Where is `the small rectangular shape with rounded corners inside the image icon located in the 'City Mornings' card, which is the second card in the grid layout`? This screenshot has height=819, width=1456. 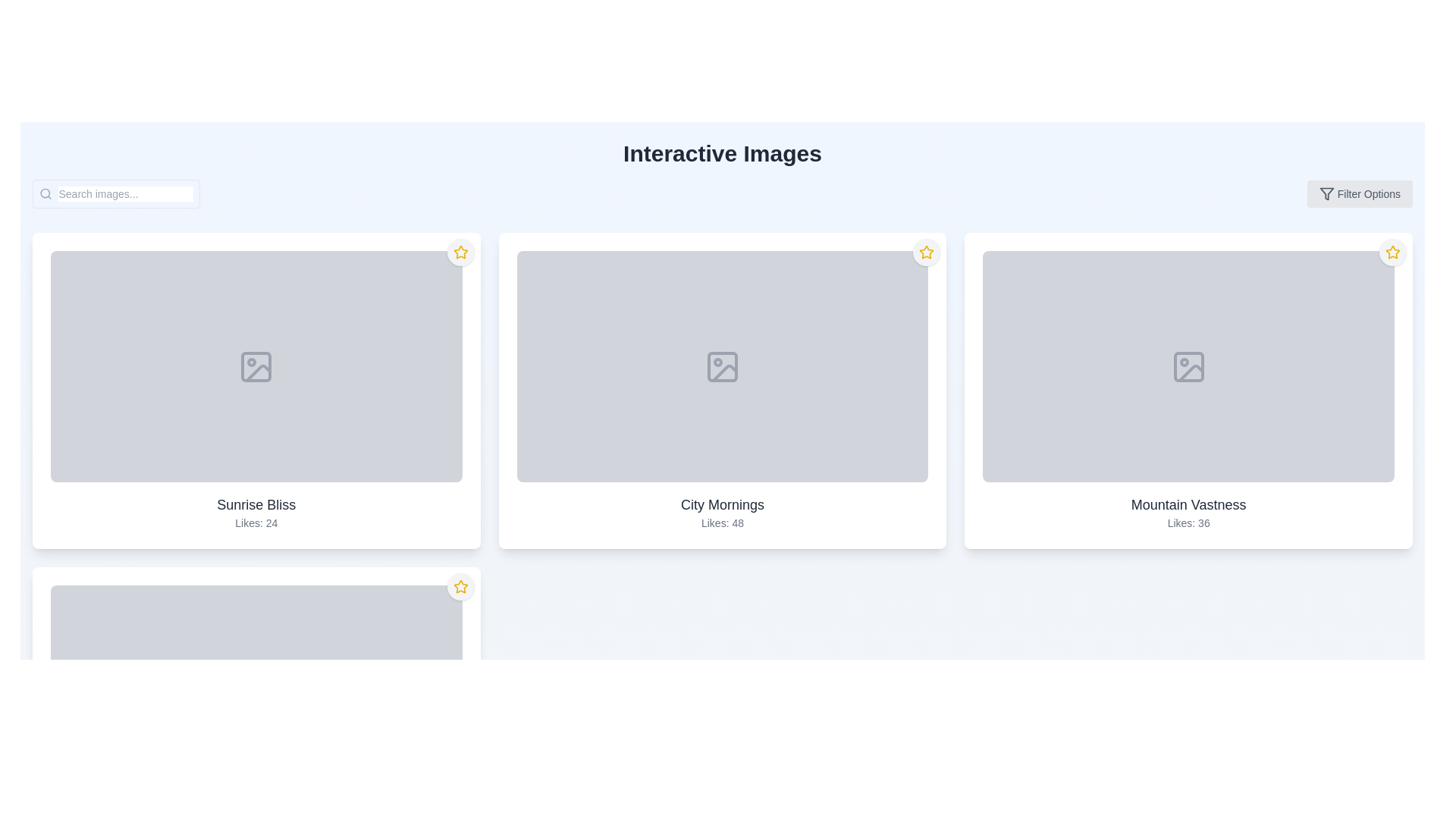 the small rectangular shape with rounded corners inside the image icon located in the 'City Mornings' card, which is the second card in the grid layout is located at coordinates (721, 366).